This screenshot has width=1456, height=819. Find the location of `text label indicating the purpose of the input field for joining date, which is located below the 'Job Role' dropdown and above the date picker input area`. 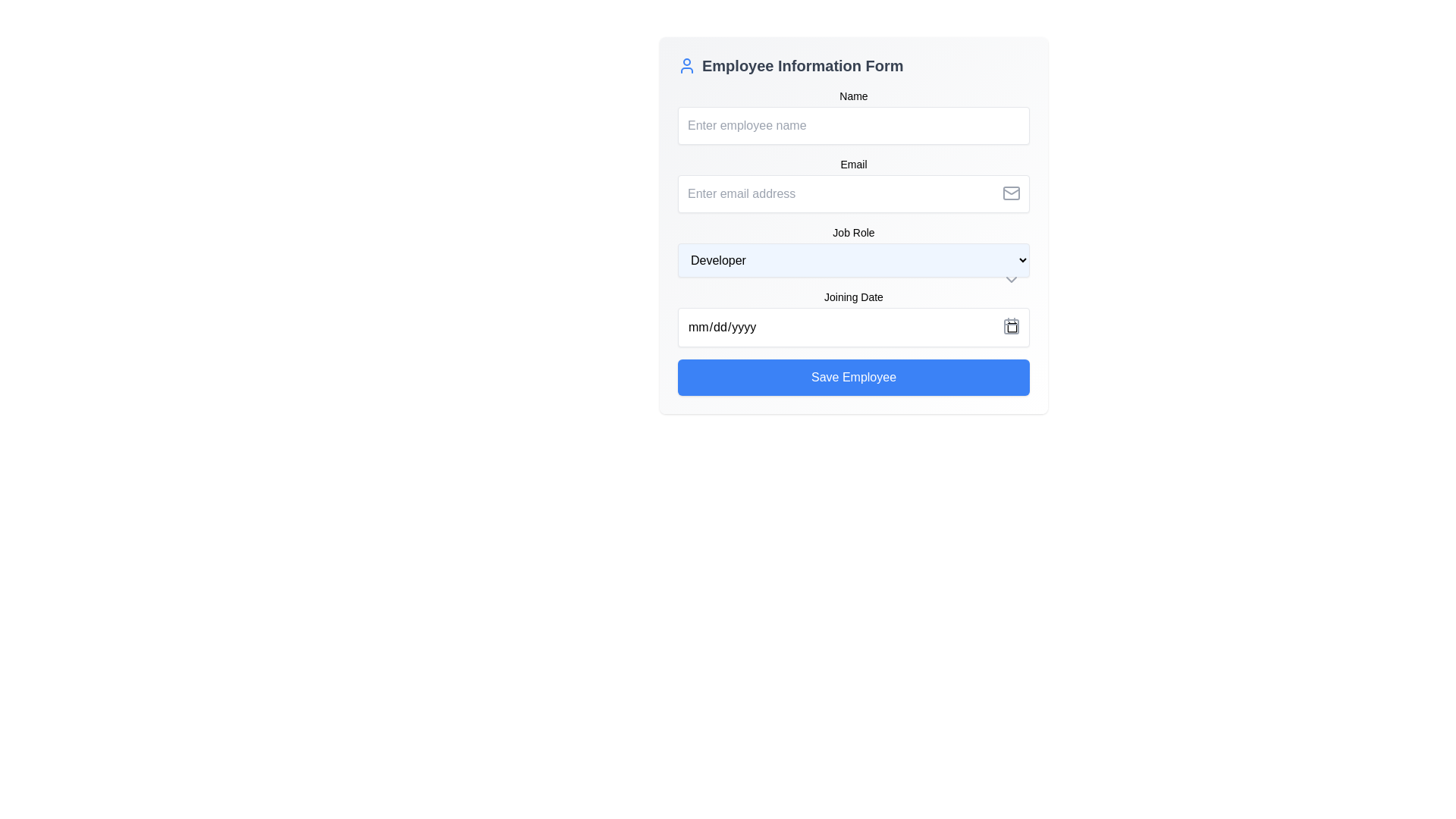

text label indicating the purpose of the input field for joining date, which is located below the 'Job Role' dropdown and above the date picker input area is located at coordinates (854, 297).